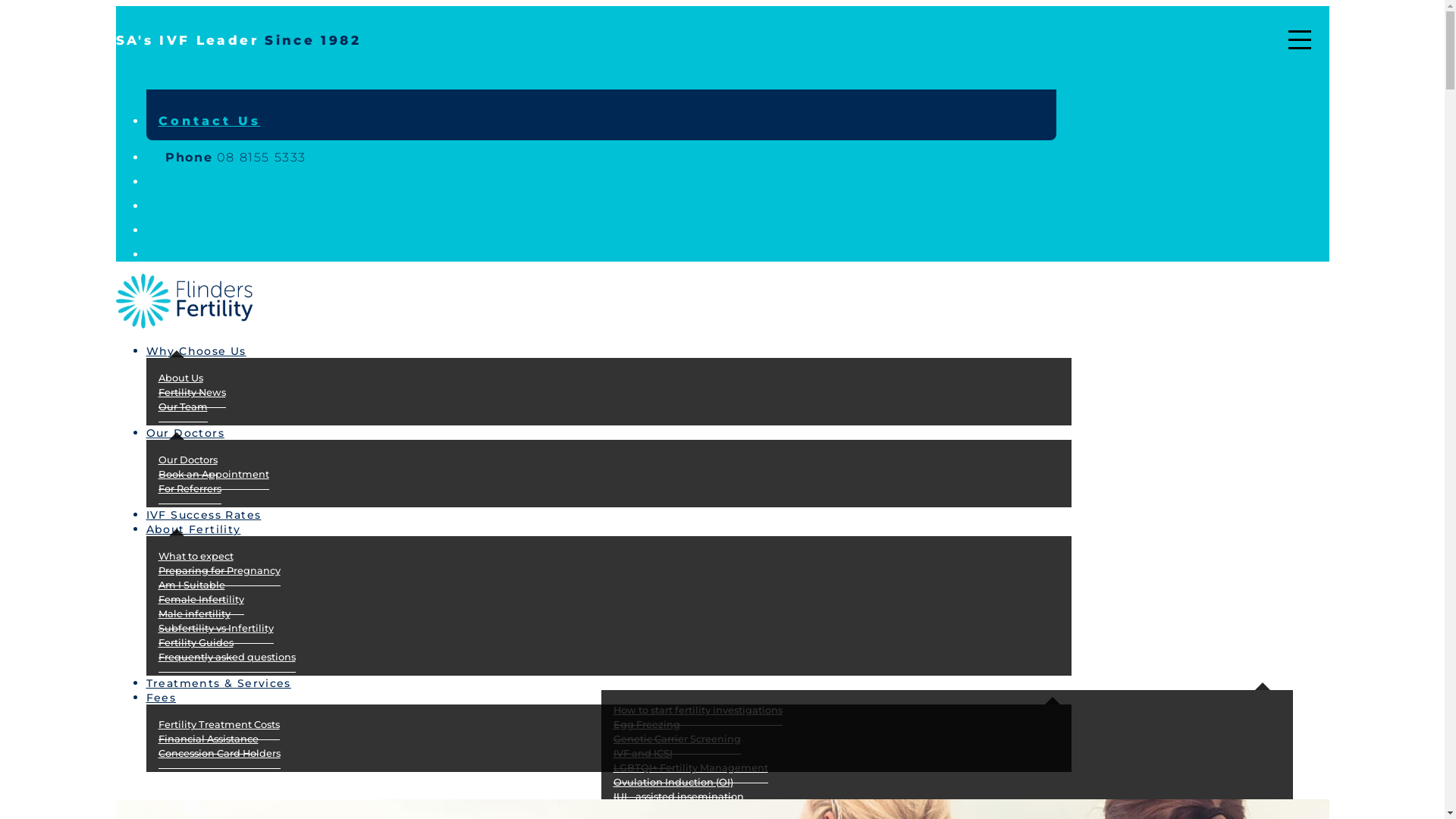  Describe the element at coordinates (146, 694) in the screenshot. I see `'Fees'` at that location.